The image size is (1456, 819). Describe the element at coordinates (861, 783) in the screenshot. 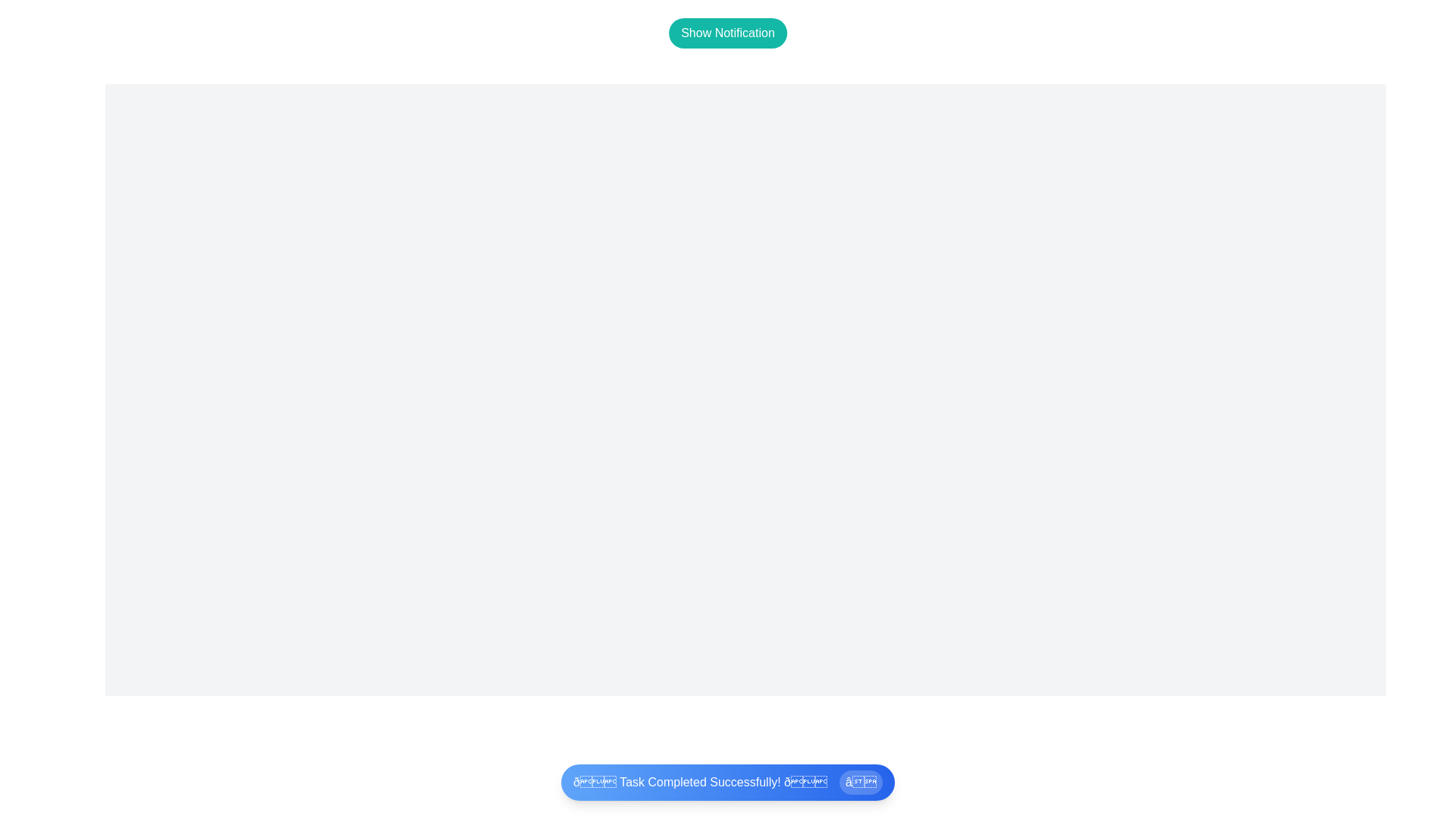

I see `the close button of the snackbar to hide it` at that location.